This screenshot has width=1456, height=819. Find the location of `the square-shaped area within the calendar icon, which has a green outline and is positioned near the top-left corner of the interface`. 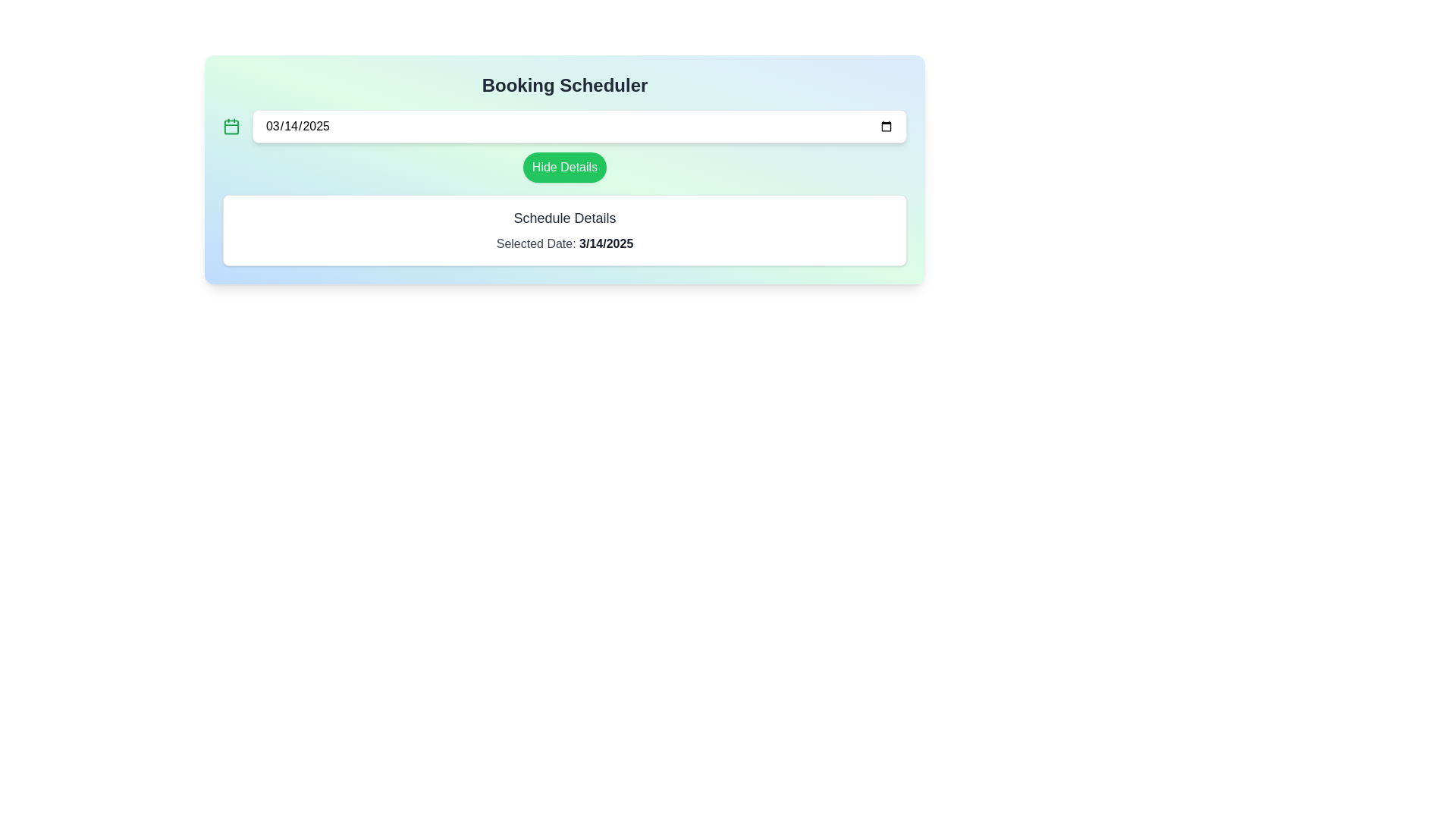

the square-shaped area within the calendar icon, which has a green outline and is positioned near the top-left corner of the interface is located at coordinates (231, 126).